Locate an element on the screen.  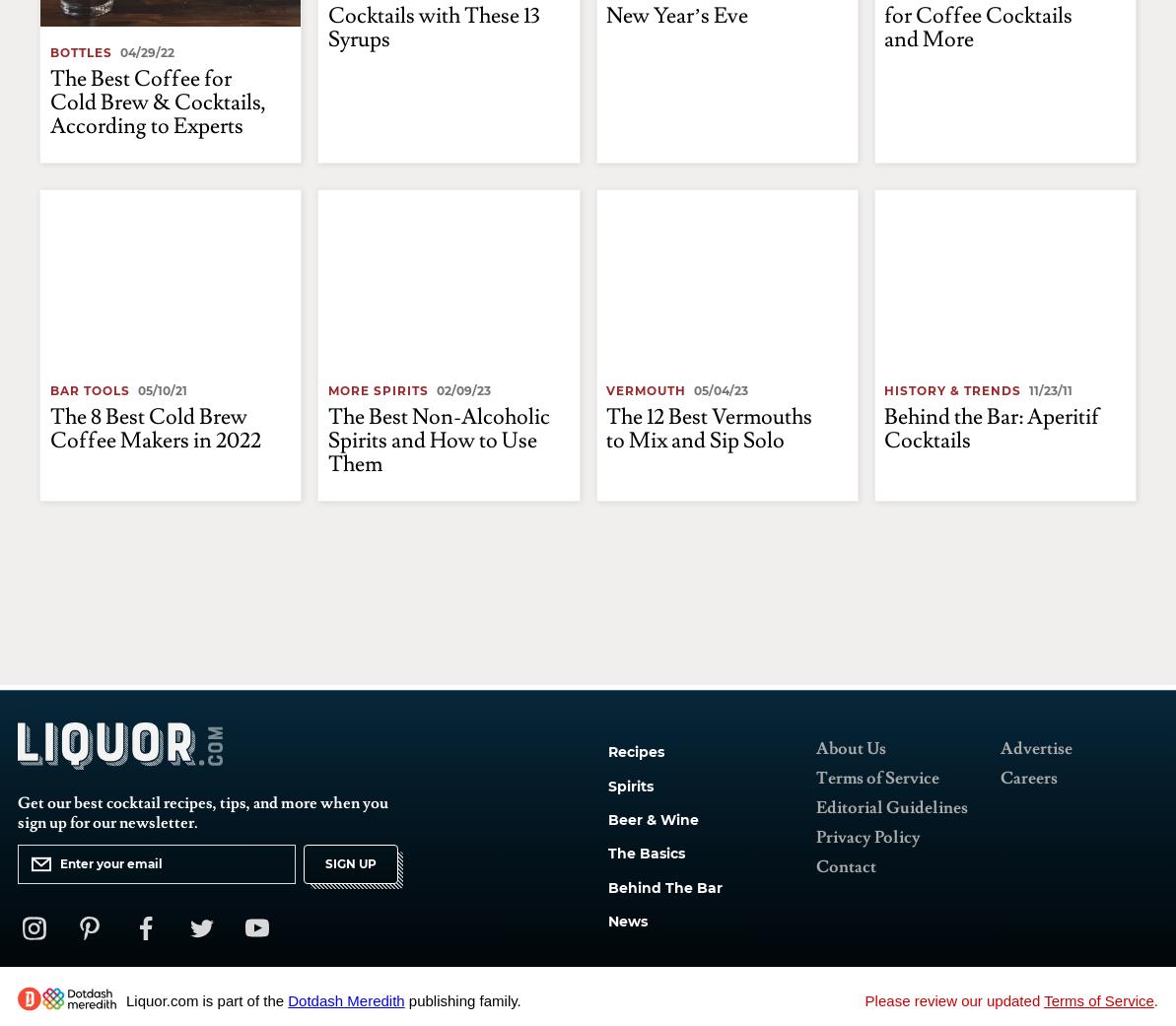
'Please review our updated' is located at coordinates (864, 1000).